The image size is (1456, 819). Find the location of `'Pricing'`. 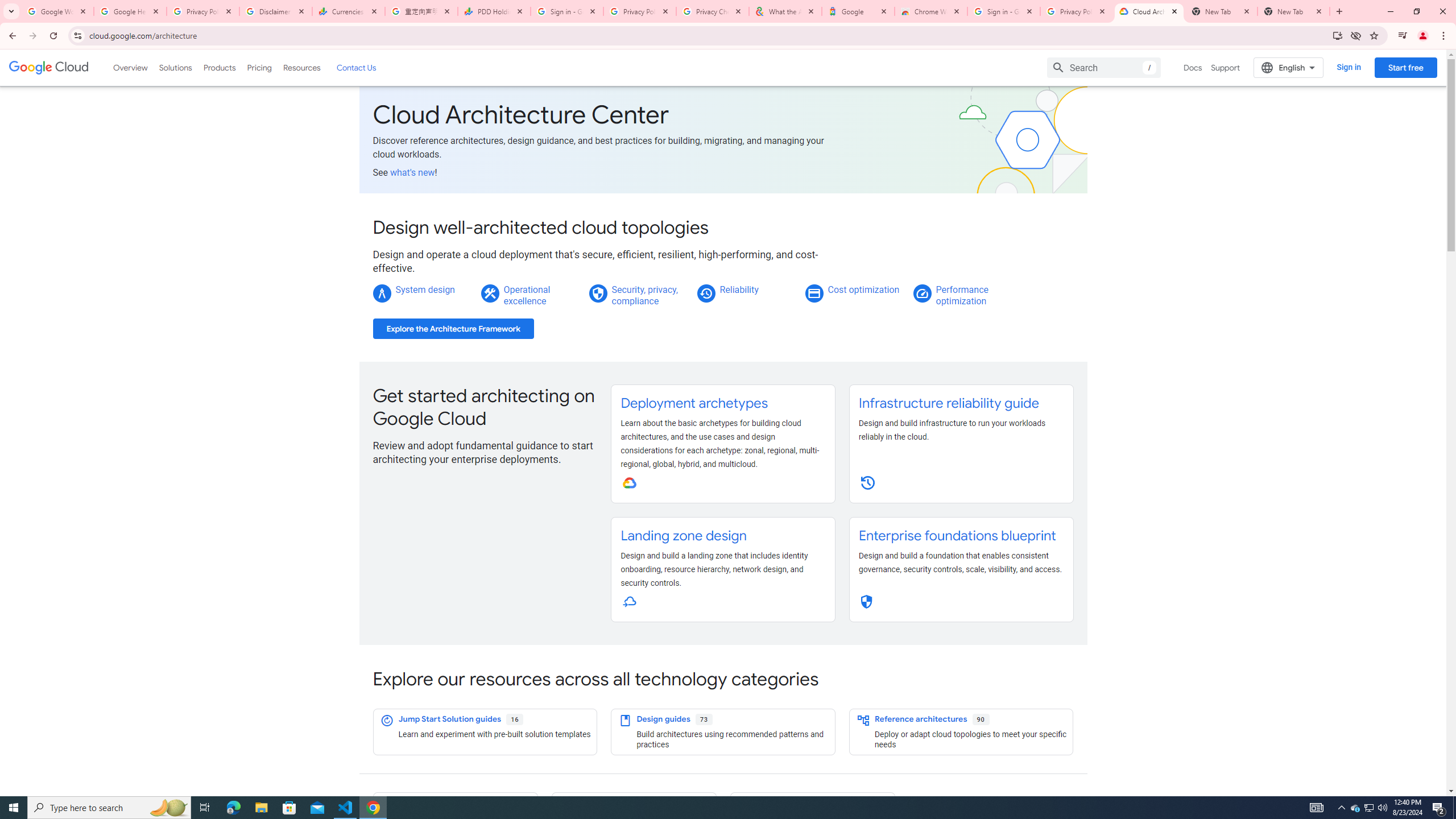

'Pricing' is located at coordinates (259, 67).